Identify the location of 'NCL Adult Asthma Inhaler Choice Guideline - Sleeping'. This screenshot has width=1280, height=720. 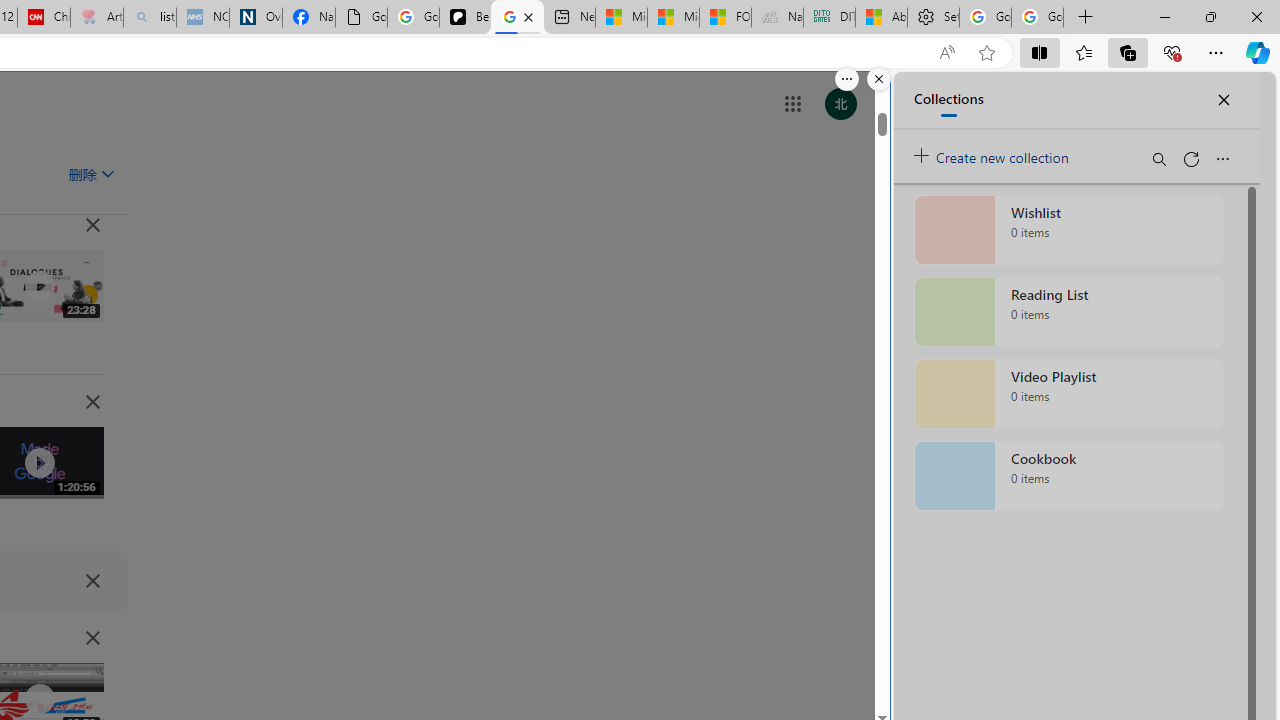
(202, 17).